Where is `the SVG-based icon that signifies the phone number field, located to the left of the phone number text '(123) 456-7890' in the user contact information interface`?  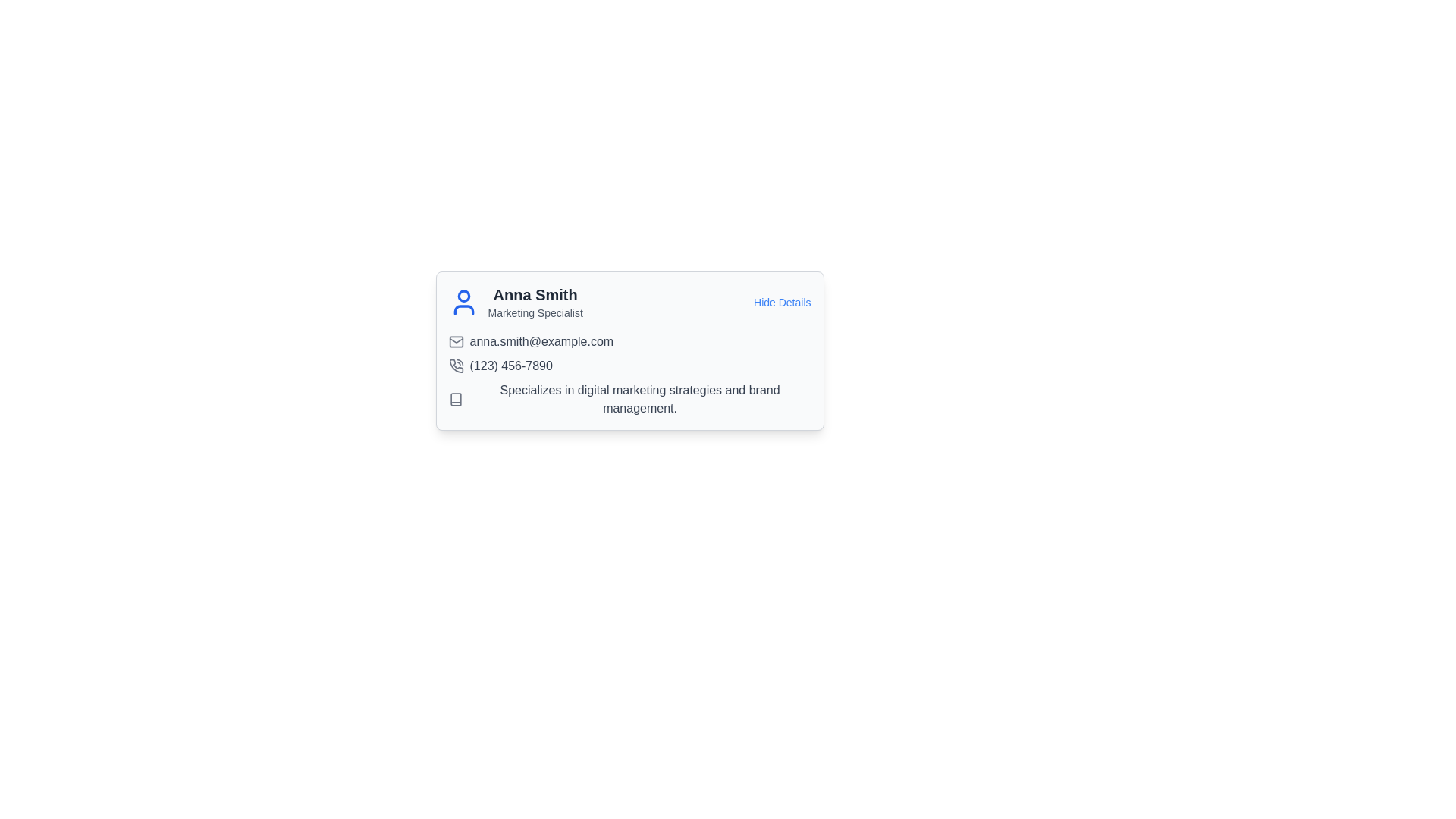
the SVG-based icon that signifies the phone number field, located to the left of the phone number text '(123) 456-7890' in the user contact information interface is located at coordinates (455, 366).